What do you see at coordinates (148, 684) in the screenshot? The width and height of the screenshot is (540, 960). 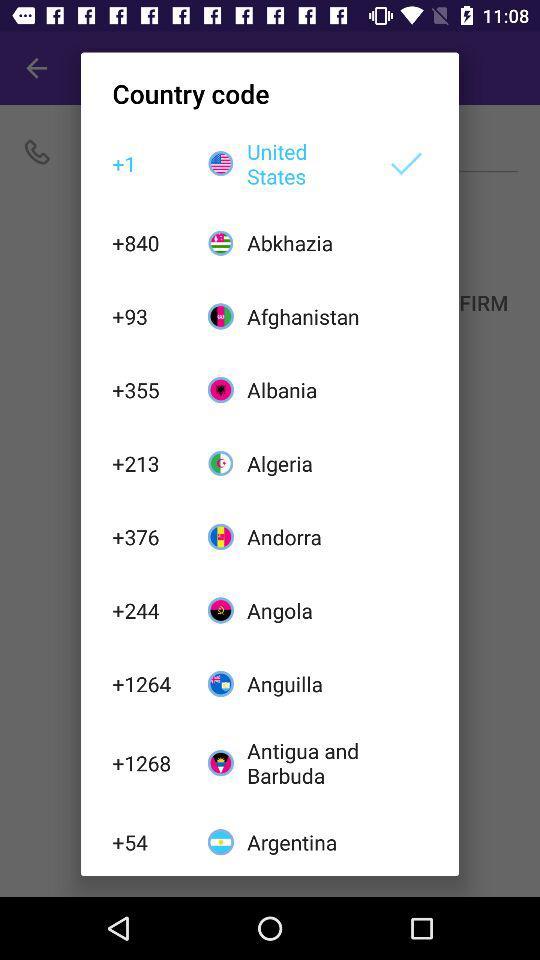 I see `the +1264` at bounding box center [148, 684].